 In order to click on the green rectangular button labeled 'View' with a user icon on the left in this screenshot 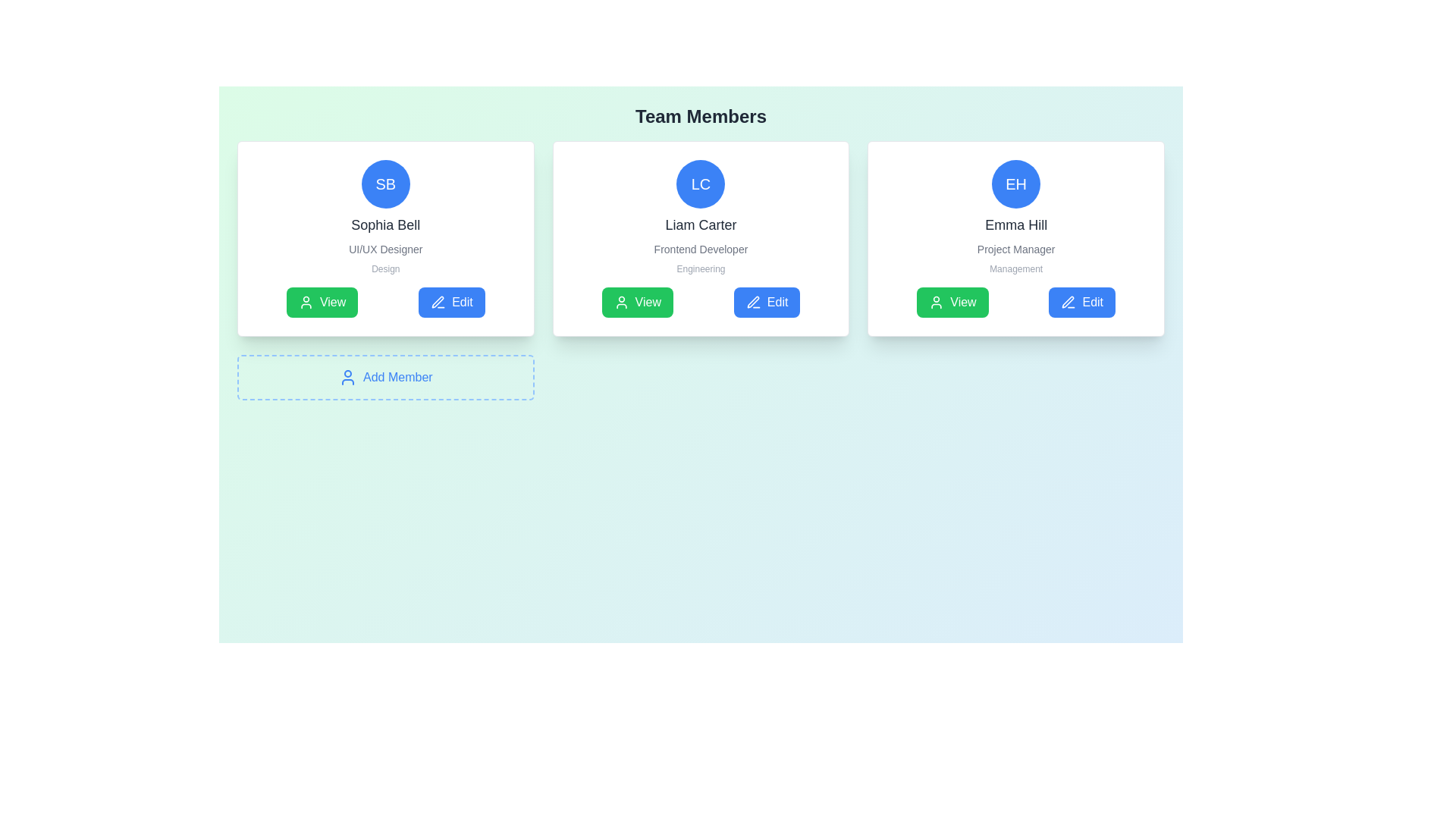, I will do `click(322, 302)`.